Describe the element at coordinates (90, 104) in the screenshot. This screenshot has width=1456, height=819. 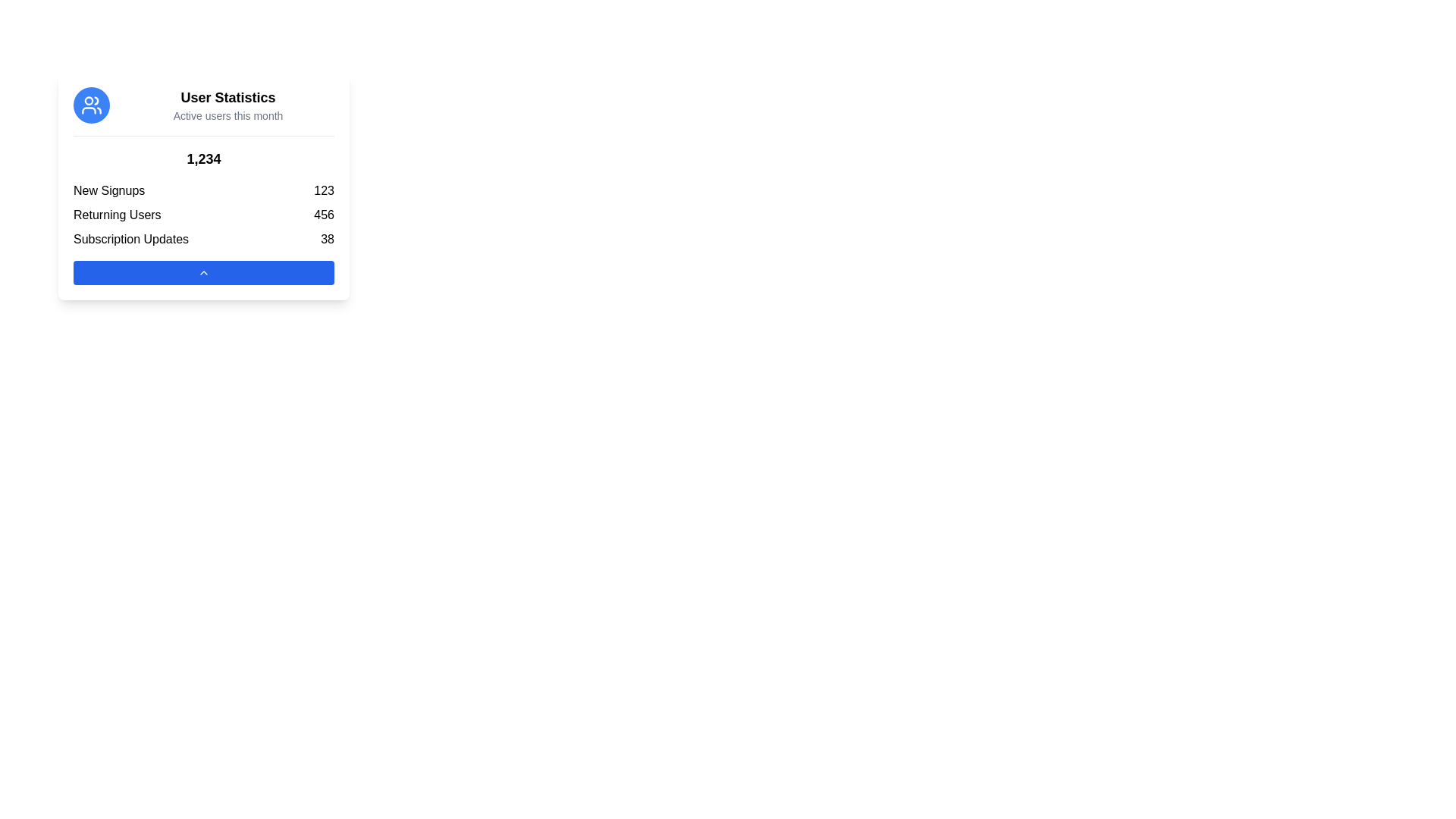
I see `the user icon featuring three stylized users on a circular blue background, located at the top-left of the 'User Statistics' card` at that location.